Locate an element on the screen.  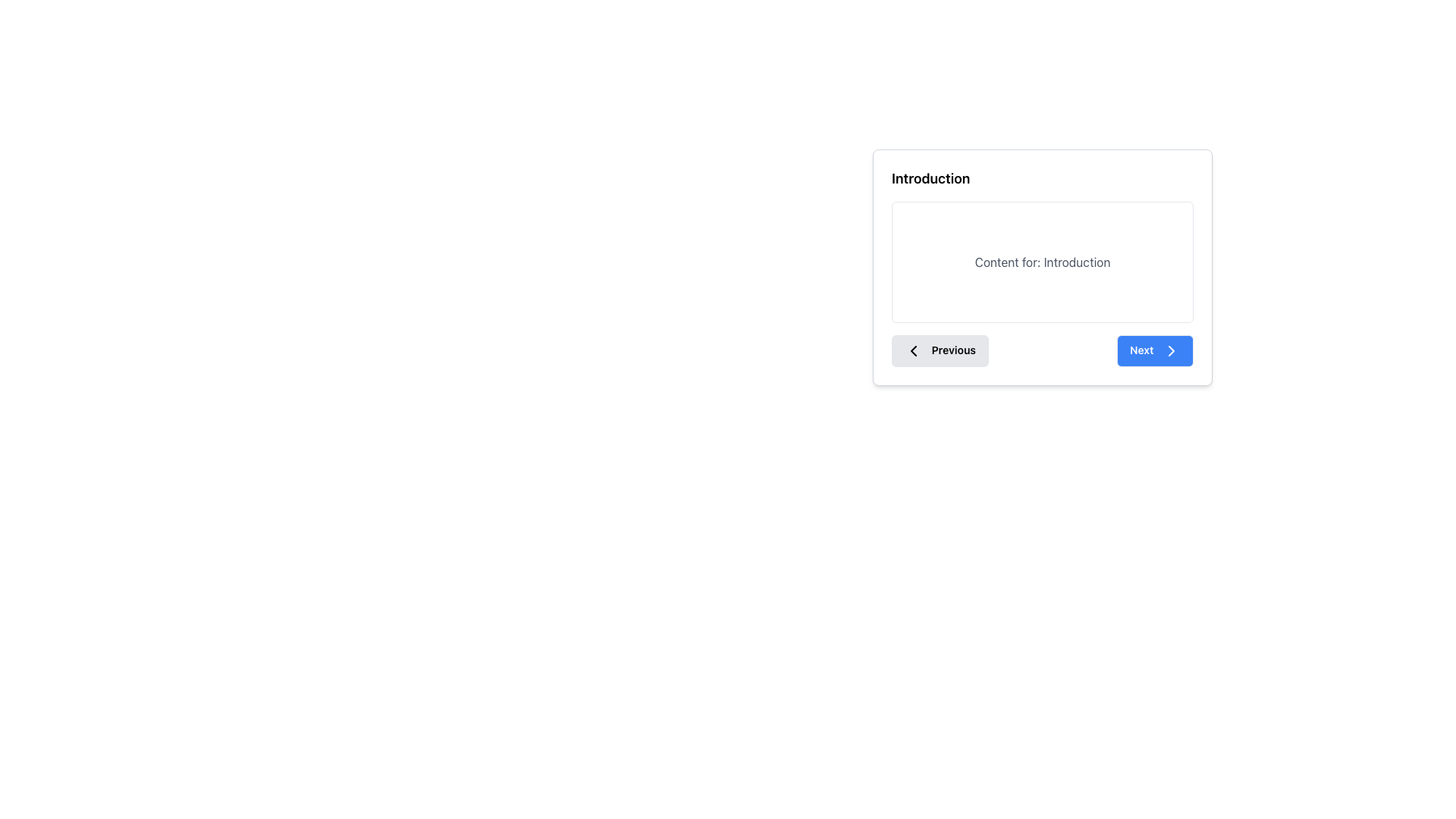
the 'Previous' button, which is a rectangular button with rounded corners, containing the text 'Previous' and a left-pointing Chevron icon, located at the bottom of the card interface is located at coordinates (939, 350).